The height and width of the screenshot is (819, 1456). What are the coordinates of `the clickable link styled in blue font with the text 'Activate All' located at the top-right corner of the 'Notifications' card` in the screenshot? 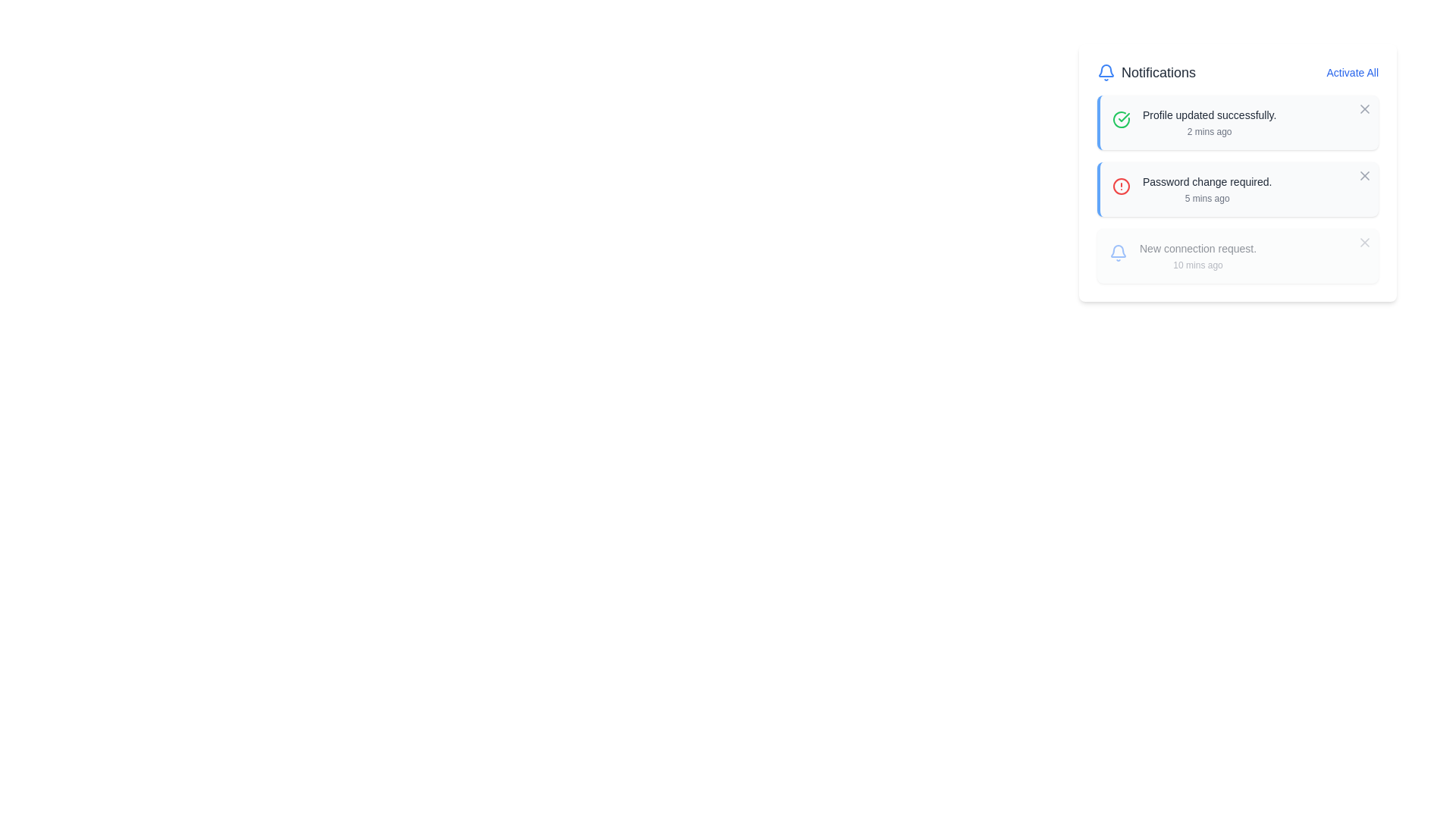 It's located at (1352, 73).